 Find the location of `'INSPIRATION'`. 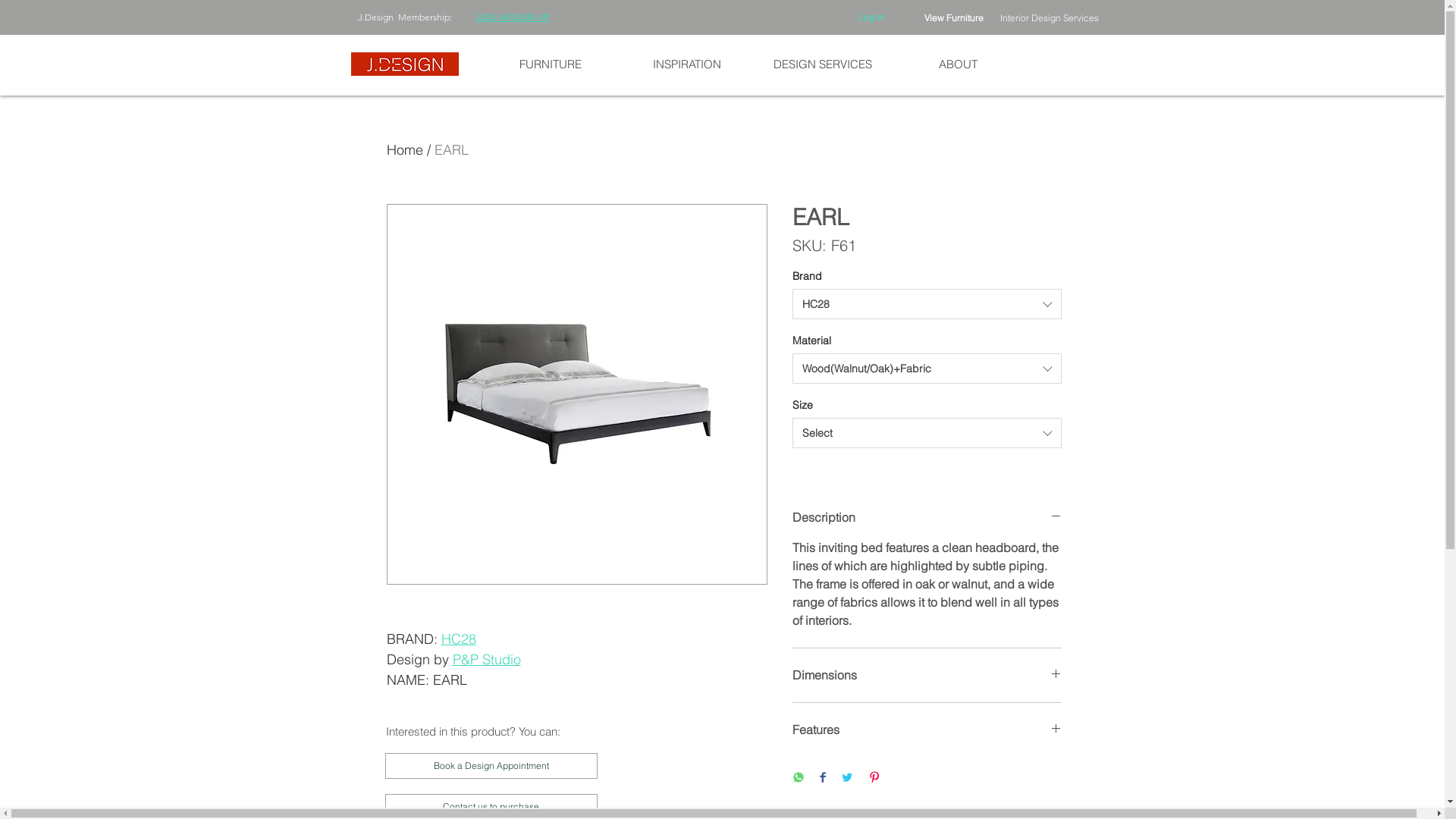

'INSPIRATION' is located at coordinates (619, 63).